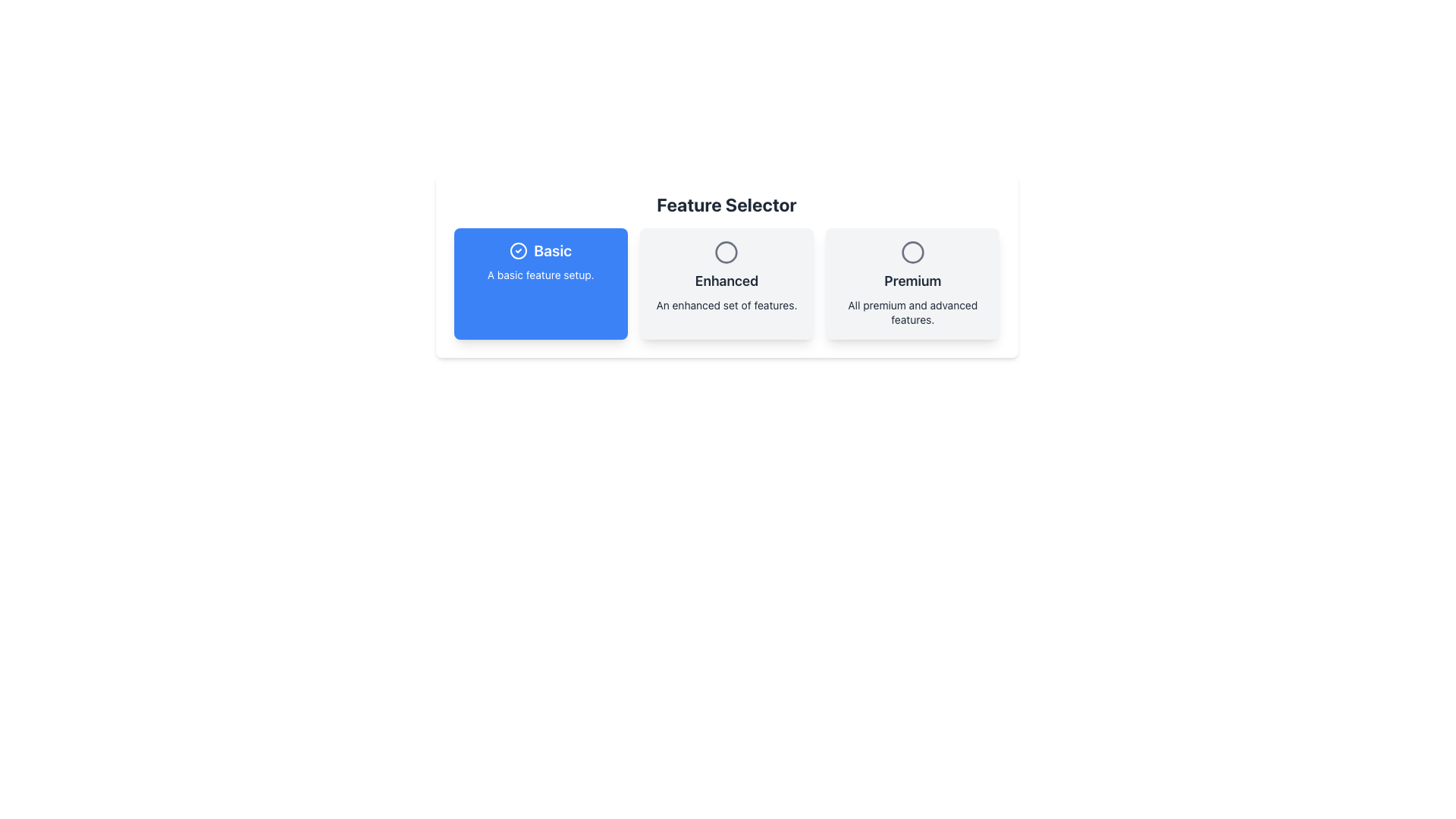  I want to click on the static text label that provides additional information about the feature titled 'Basic', which is located below the title 'Basic' and a checkmark icon, so click(541, 275).